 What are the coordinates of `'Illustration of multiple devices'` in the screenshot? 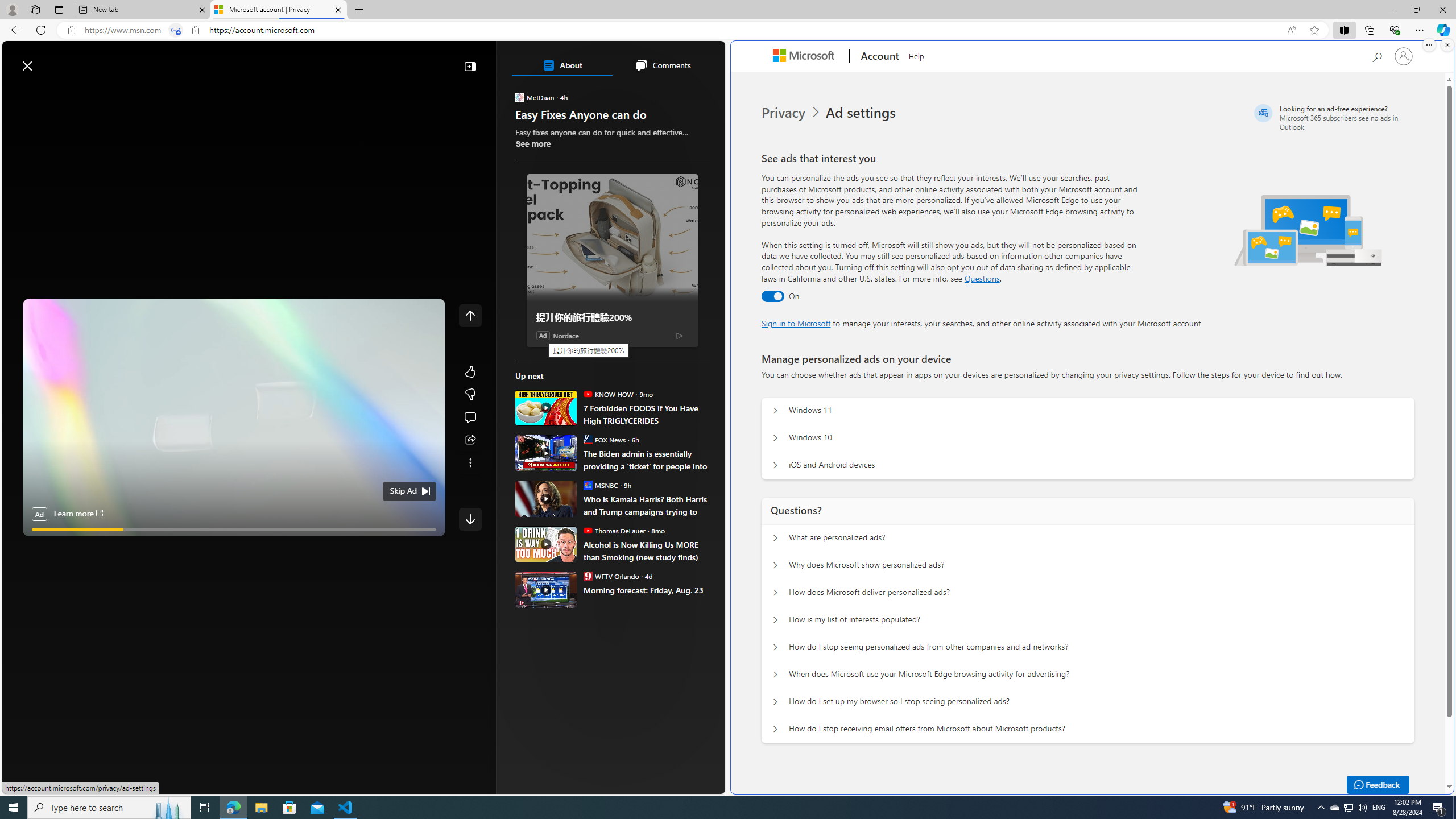 It's located at (1308, 229).